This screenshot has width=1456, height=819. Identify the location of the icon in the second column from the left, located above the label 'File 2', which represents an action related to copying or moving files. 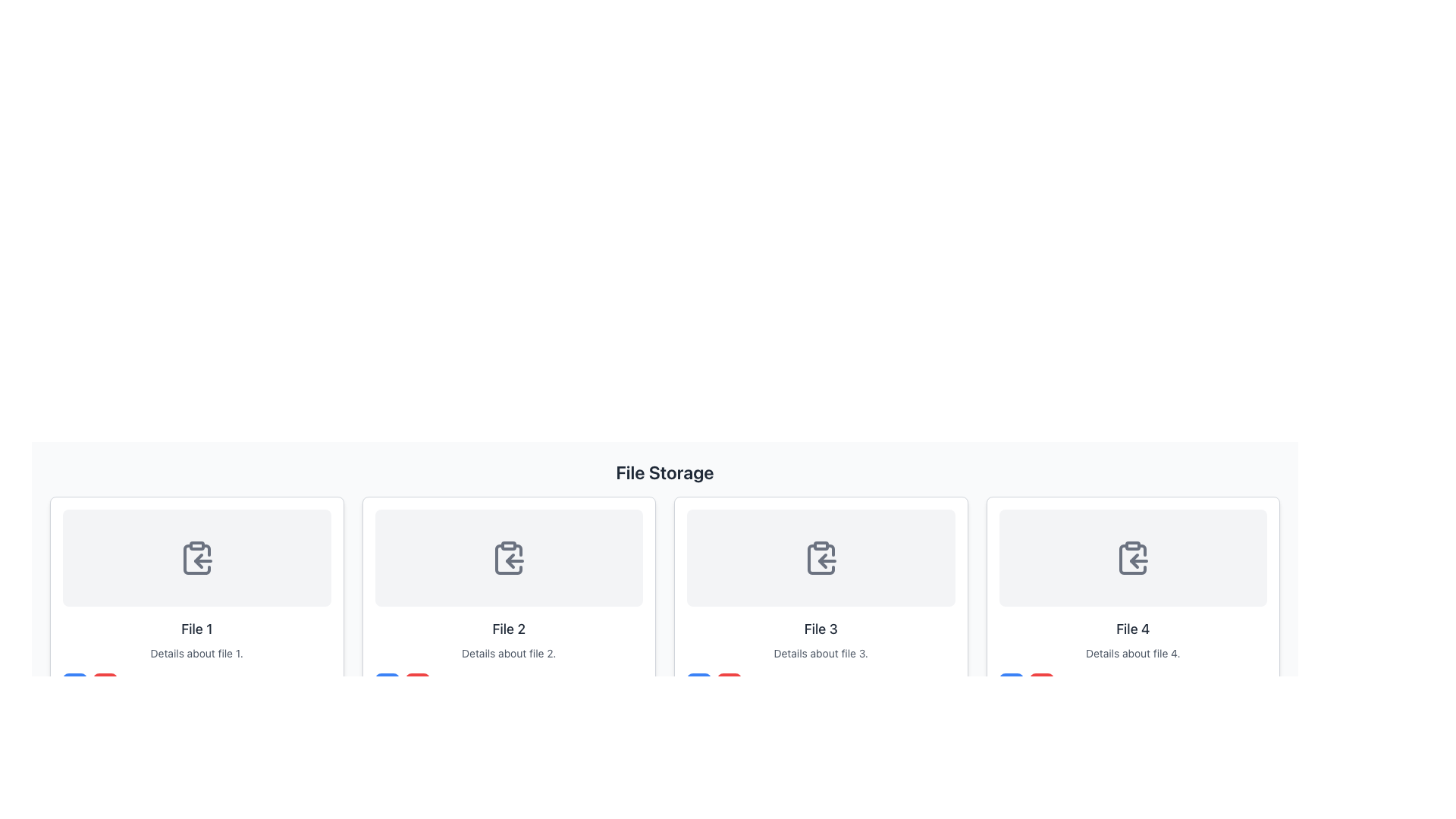
(509, 558).